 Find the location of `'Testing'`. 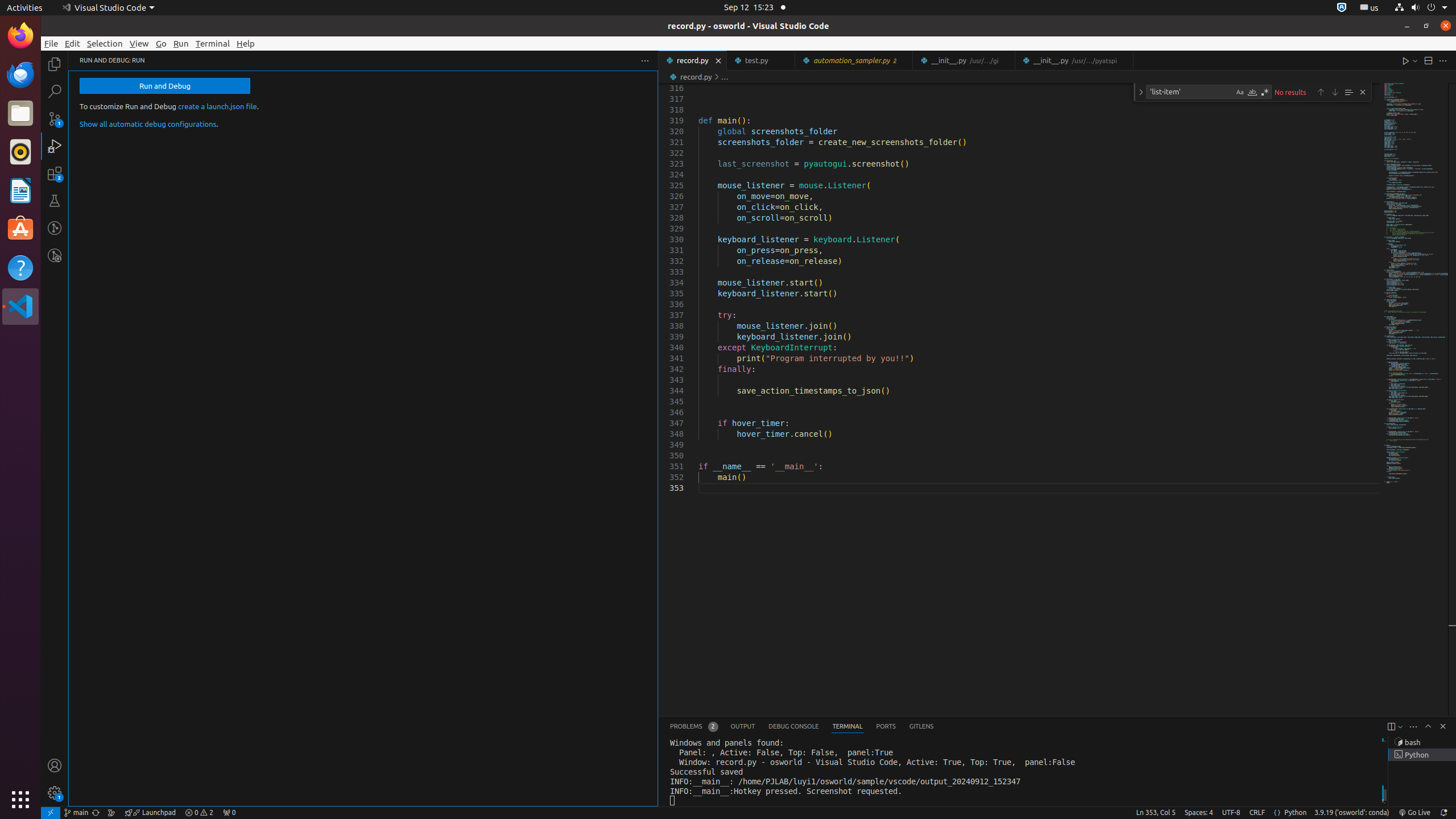

'Testing' is located at coordinates (54, 200).